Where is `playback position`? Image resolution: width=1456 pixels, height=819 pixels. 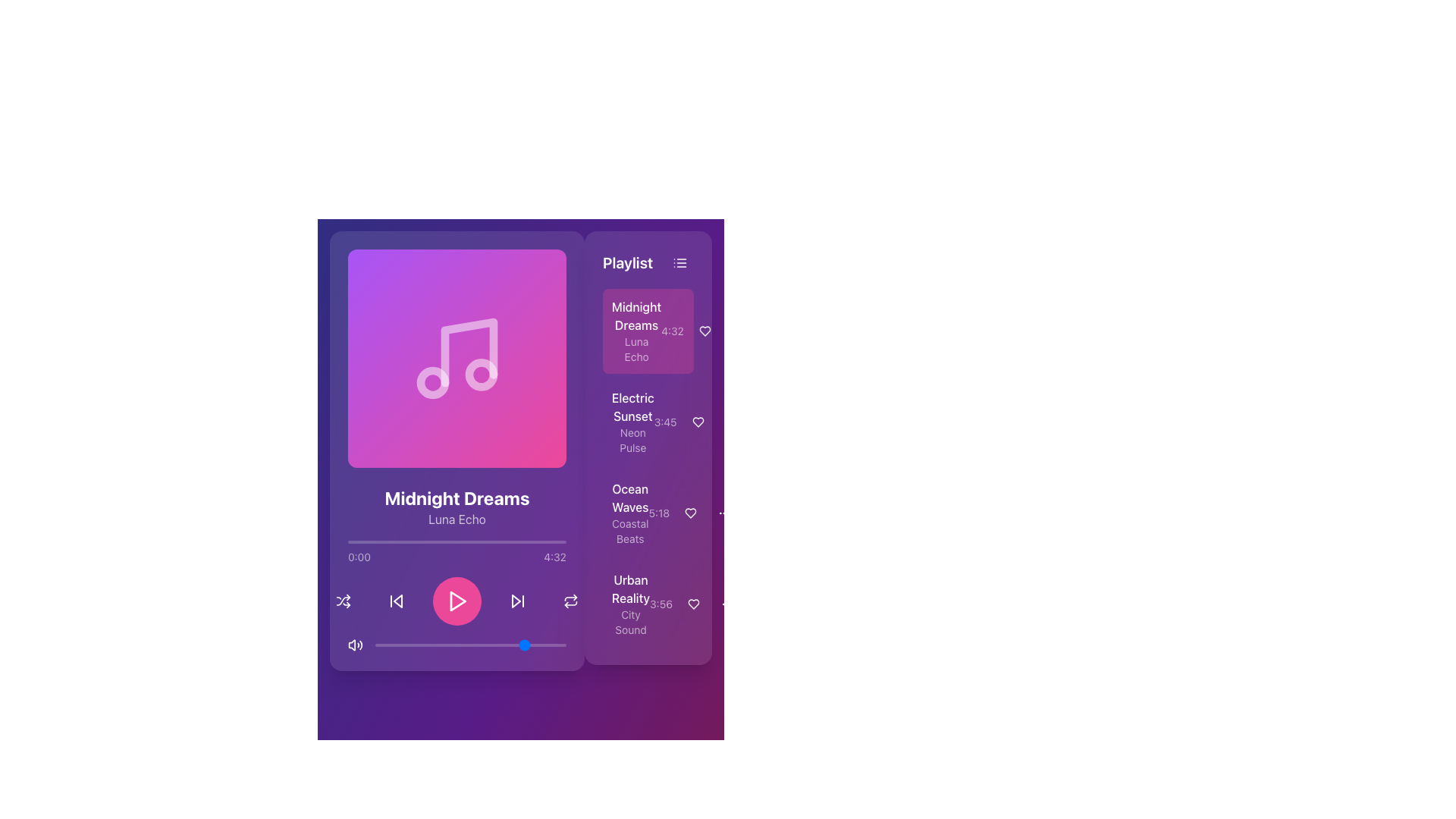
playback position is located at coordinates (425, 541).